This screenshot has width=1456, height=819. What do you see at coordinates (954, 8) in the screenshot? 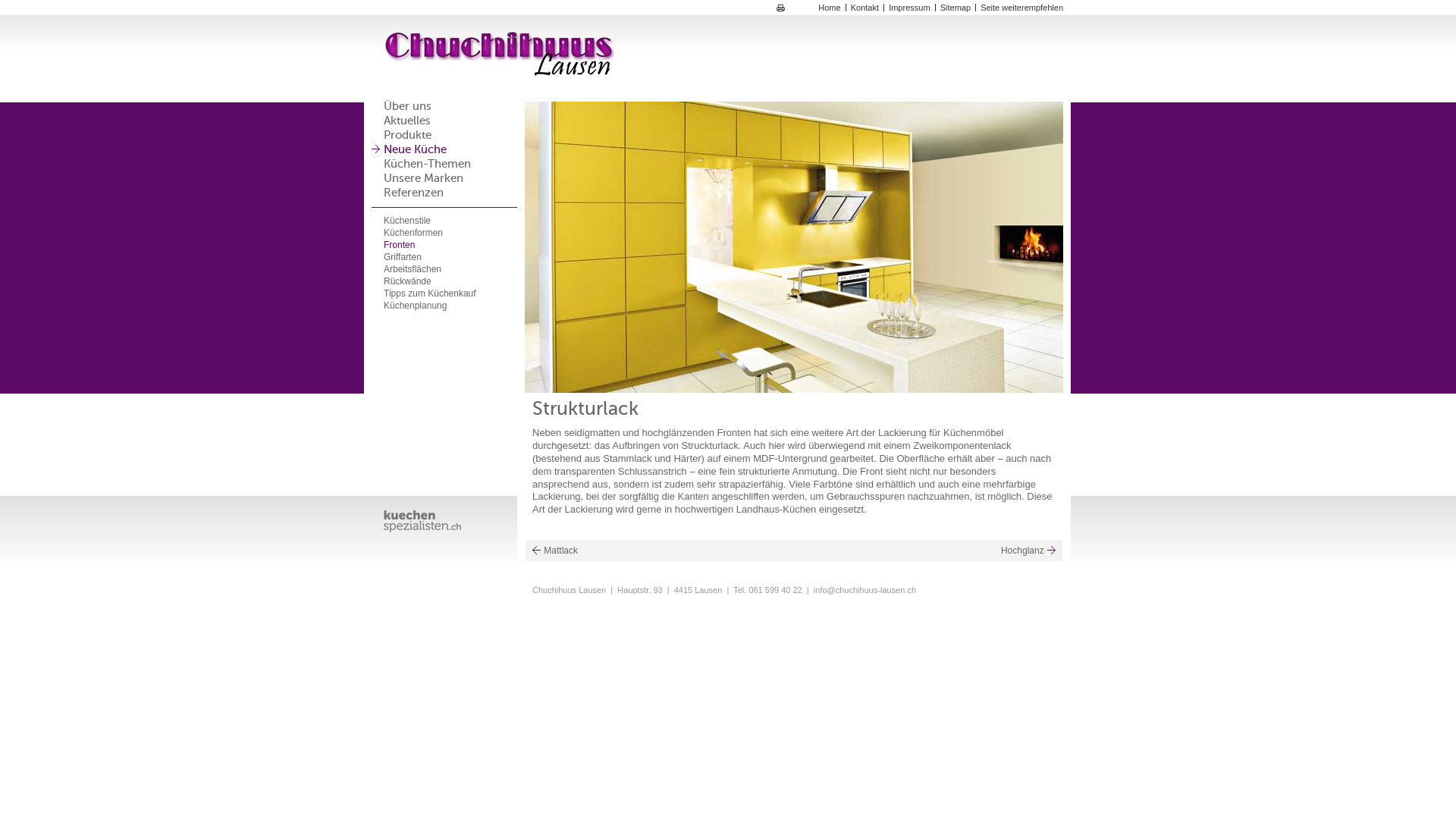
I see `'Sitemap'` at bounding box center [954, 8].